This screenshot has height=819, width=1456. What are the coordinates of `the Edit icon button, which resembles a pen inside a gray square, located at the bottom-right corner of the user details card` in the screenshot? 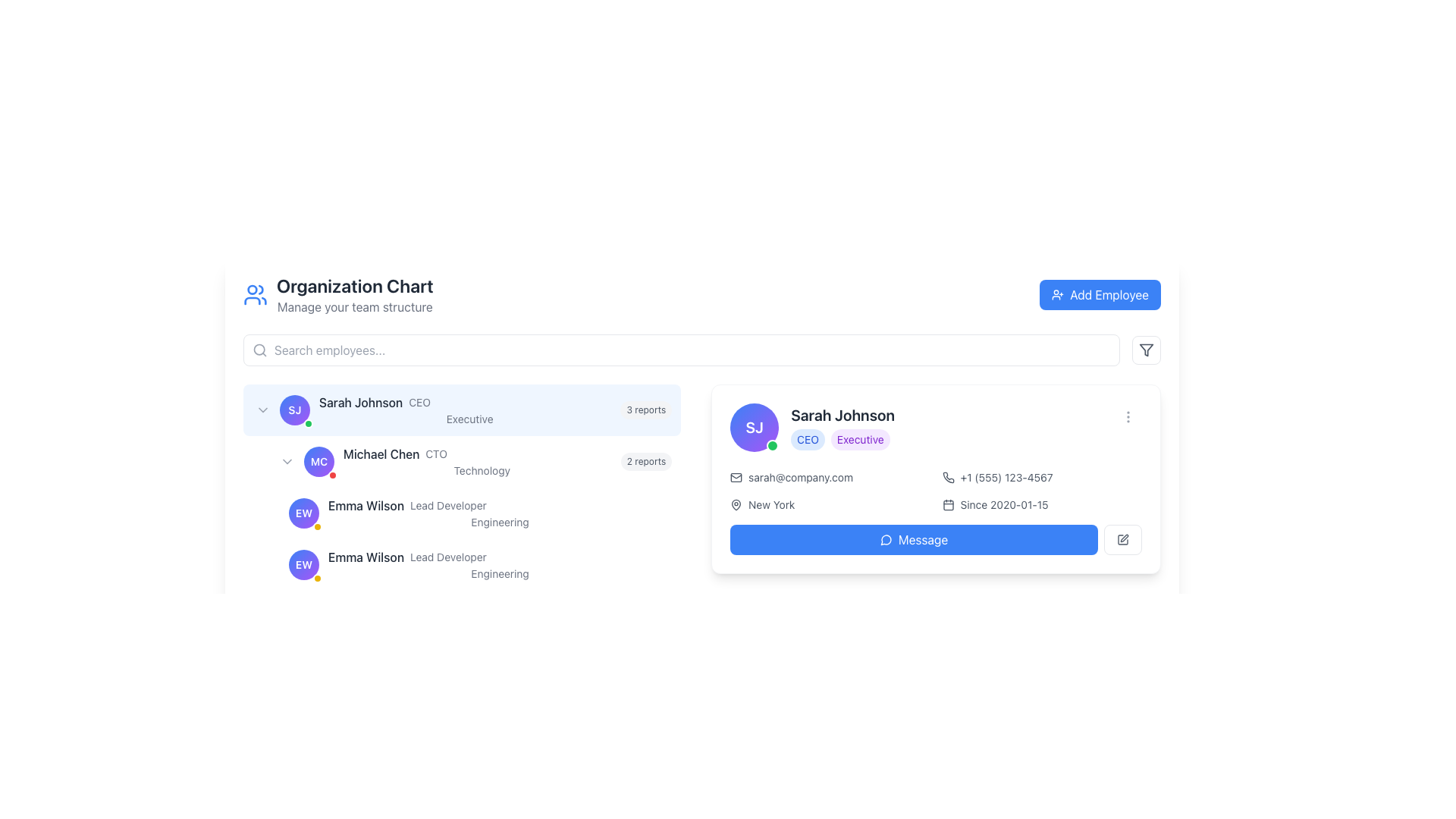 It's located at (1123, 539).